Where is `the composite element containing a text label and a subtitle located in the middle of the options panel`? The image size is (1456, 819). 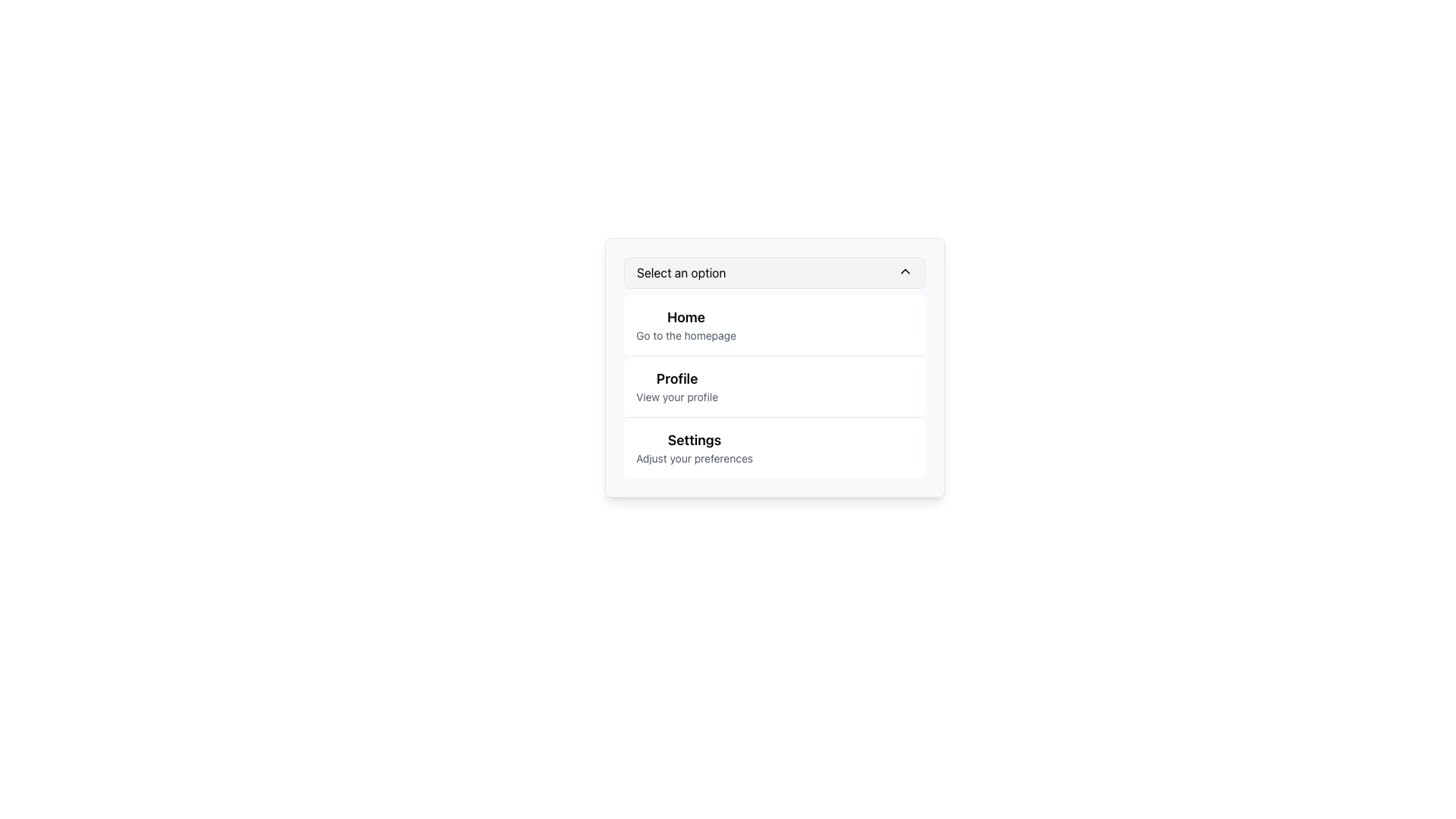
the composite element containing a text label and a subtitle located in the middle of the options panel is located at coordinates (676, 385).